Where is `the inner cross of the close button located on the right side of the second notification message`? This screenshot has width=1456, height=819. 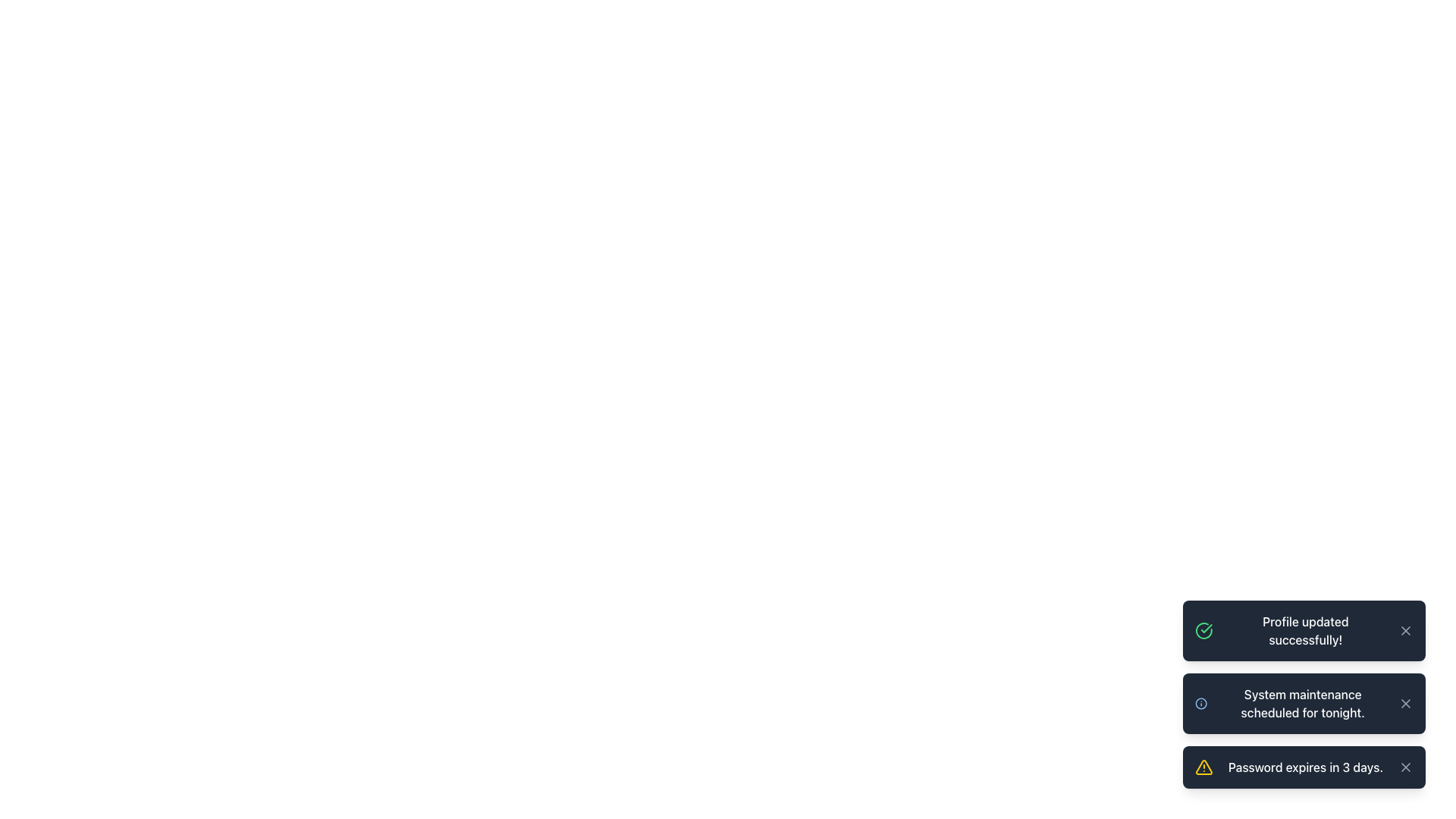 the inner cross of the close button located on the right side of the second notification message is located at coordinates (1404, 704).